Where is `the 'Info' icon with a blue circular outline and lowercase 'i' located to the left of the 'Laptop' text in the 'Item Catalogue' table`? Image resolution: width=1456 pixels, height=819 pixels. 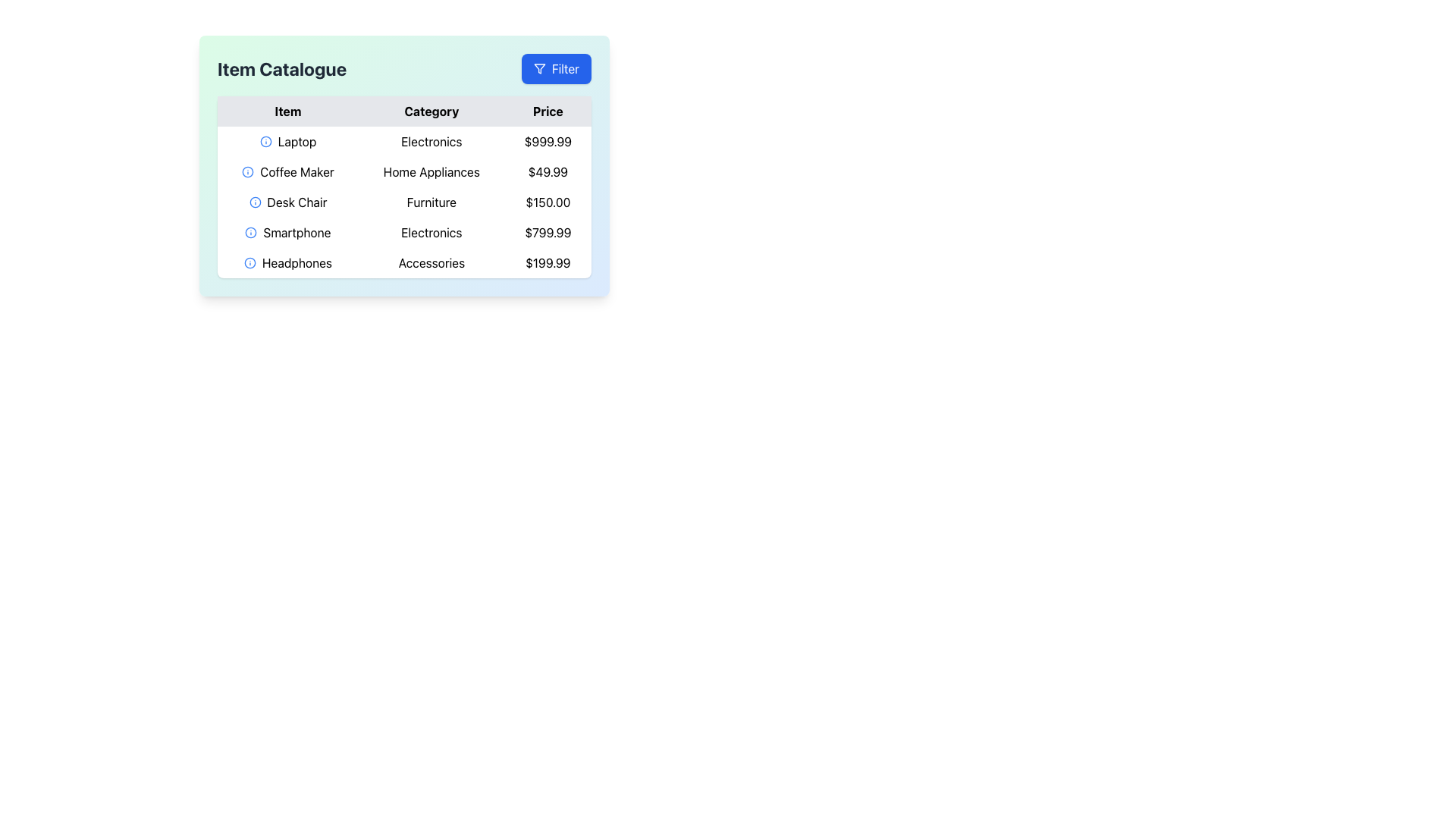 the 'Info' icon with a blue circular outline and lowercase 'i' located to the left of the 'Laptop' text in the 'Item Catalogue' table is located at coordinates (265, 141).